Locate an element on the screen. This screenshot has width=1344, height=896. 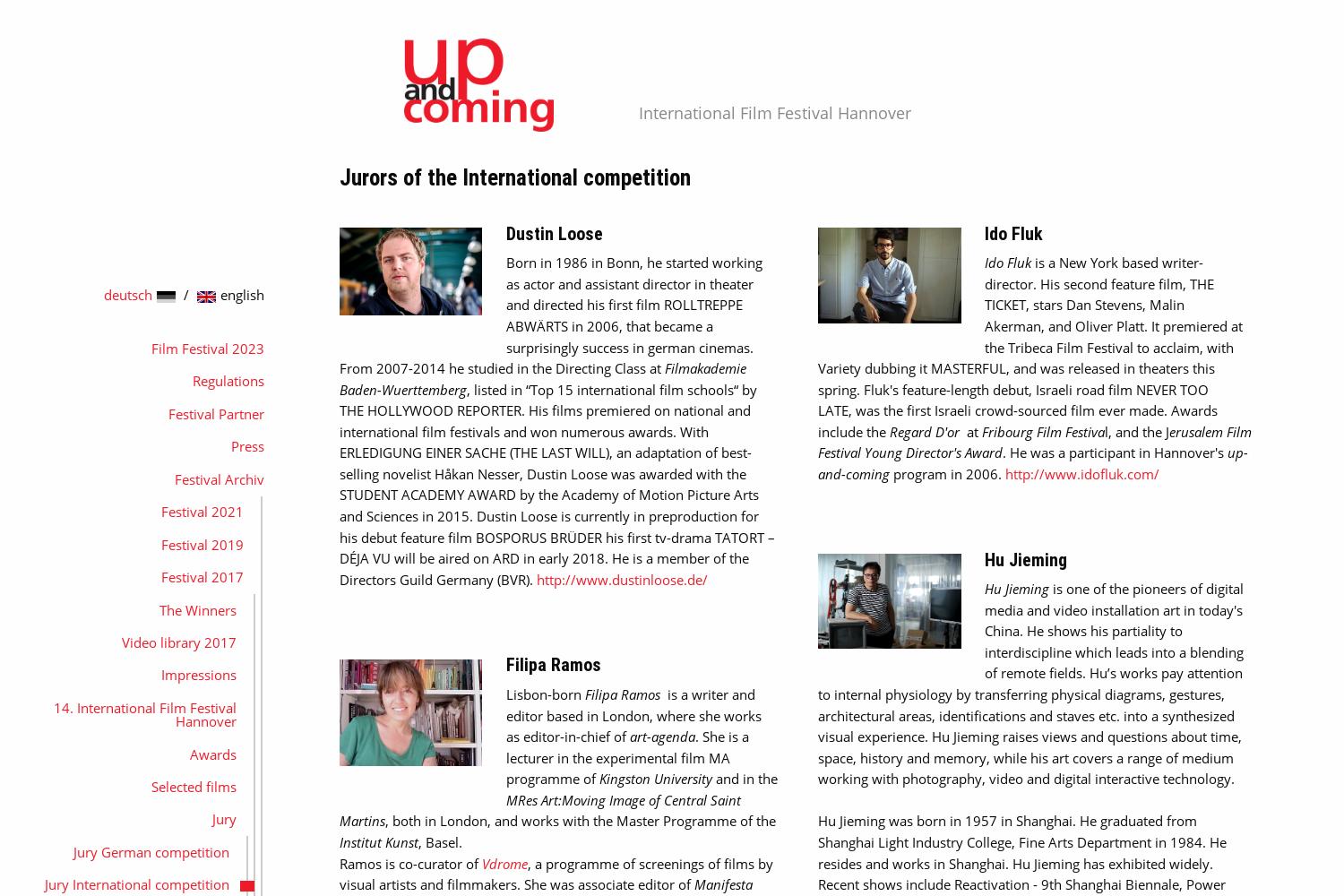
'Festival Archiv' is located at coordinates (218, 478).